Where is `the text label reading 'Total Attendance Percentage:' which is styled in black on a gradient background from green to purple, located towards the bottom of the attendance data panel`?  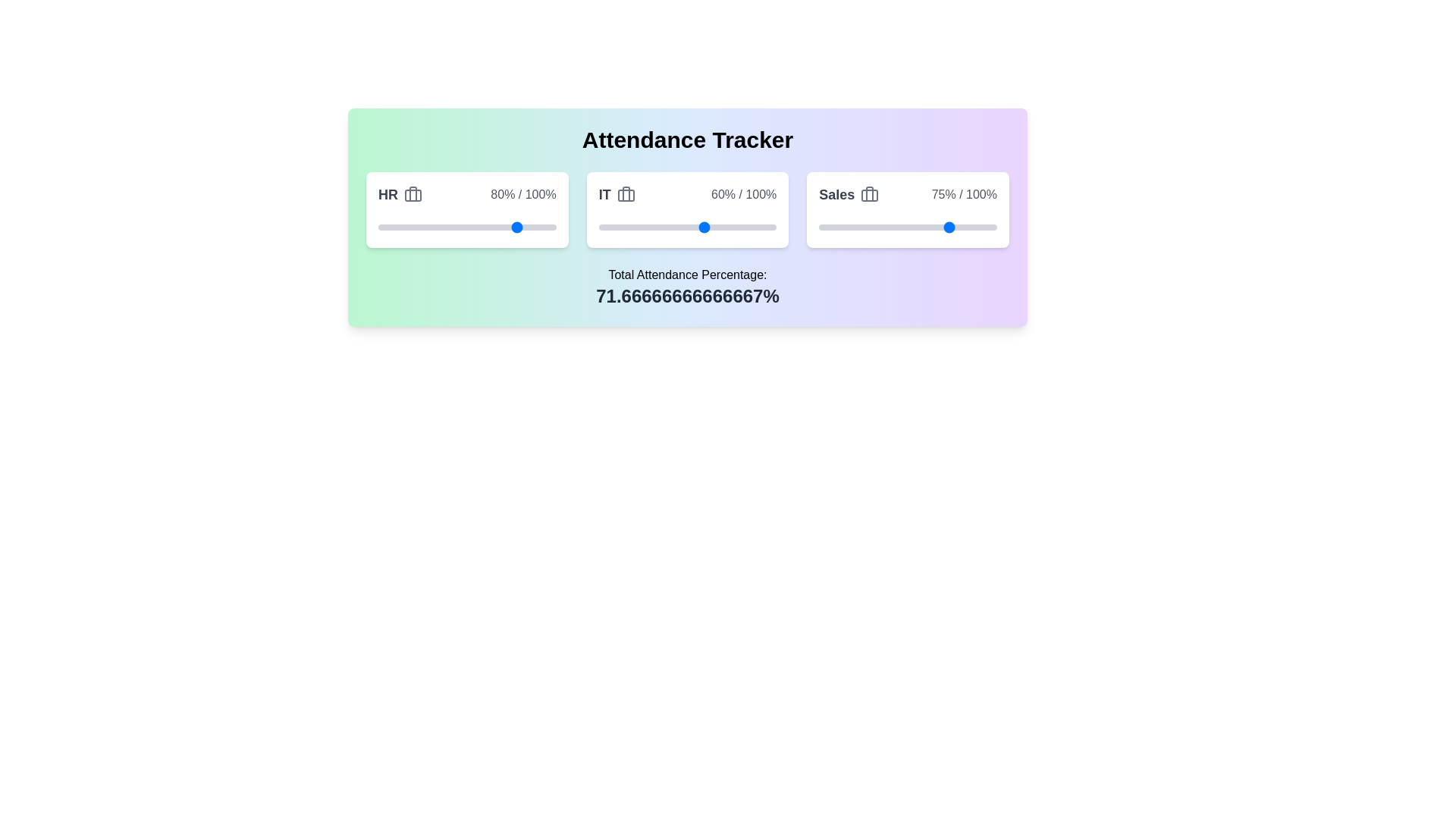 the text label reading 'Total Attendance Percentage:' which is styled in black on a gradient background from green to purple, located towards the bottom of the attendance data panel is located at coordinates (687, 275).